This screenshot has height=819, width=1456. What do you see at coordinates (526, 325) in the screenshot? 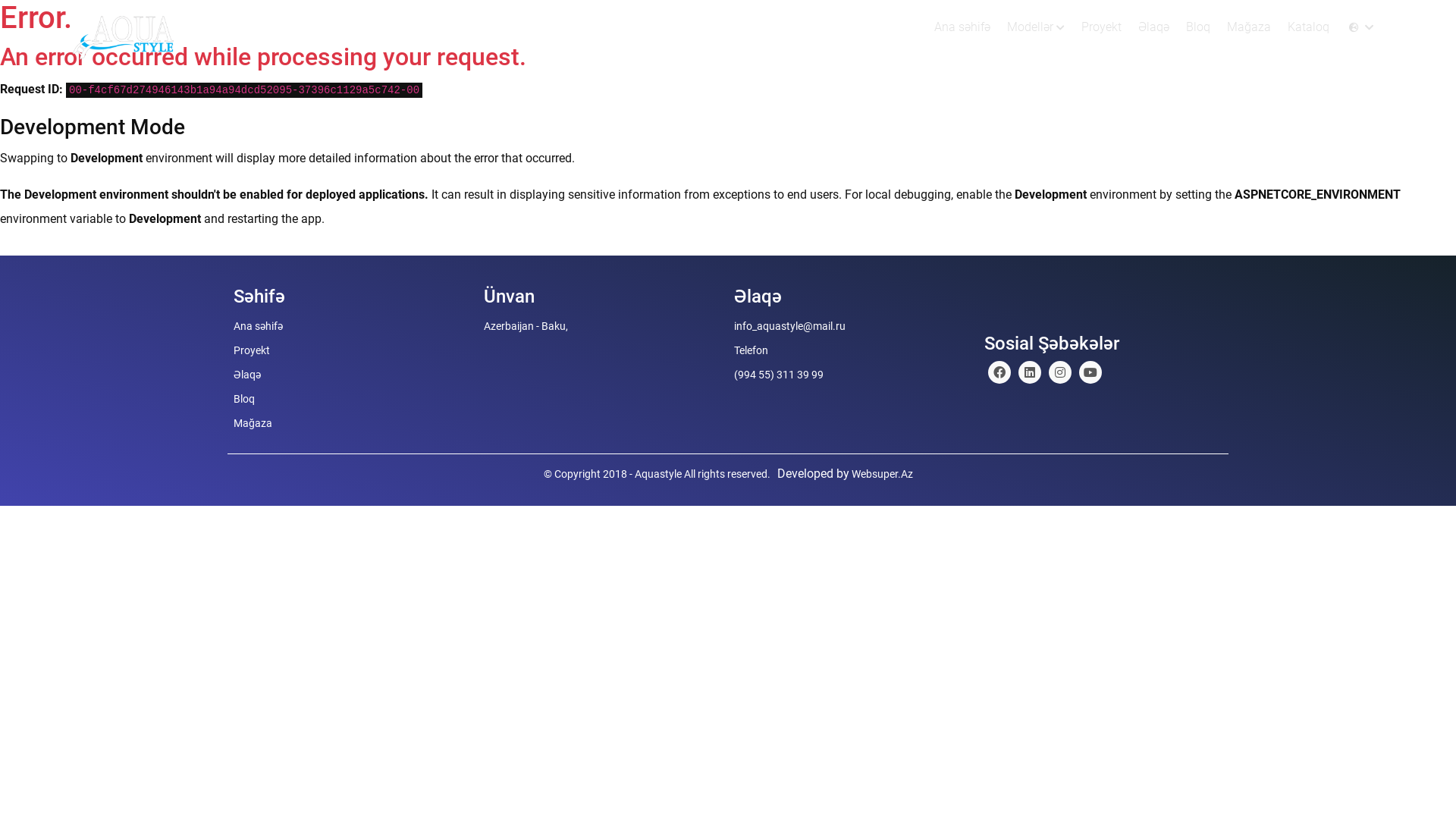
I see `'Azerbaijan - Baku,'` at bounding box center [526, 325].